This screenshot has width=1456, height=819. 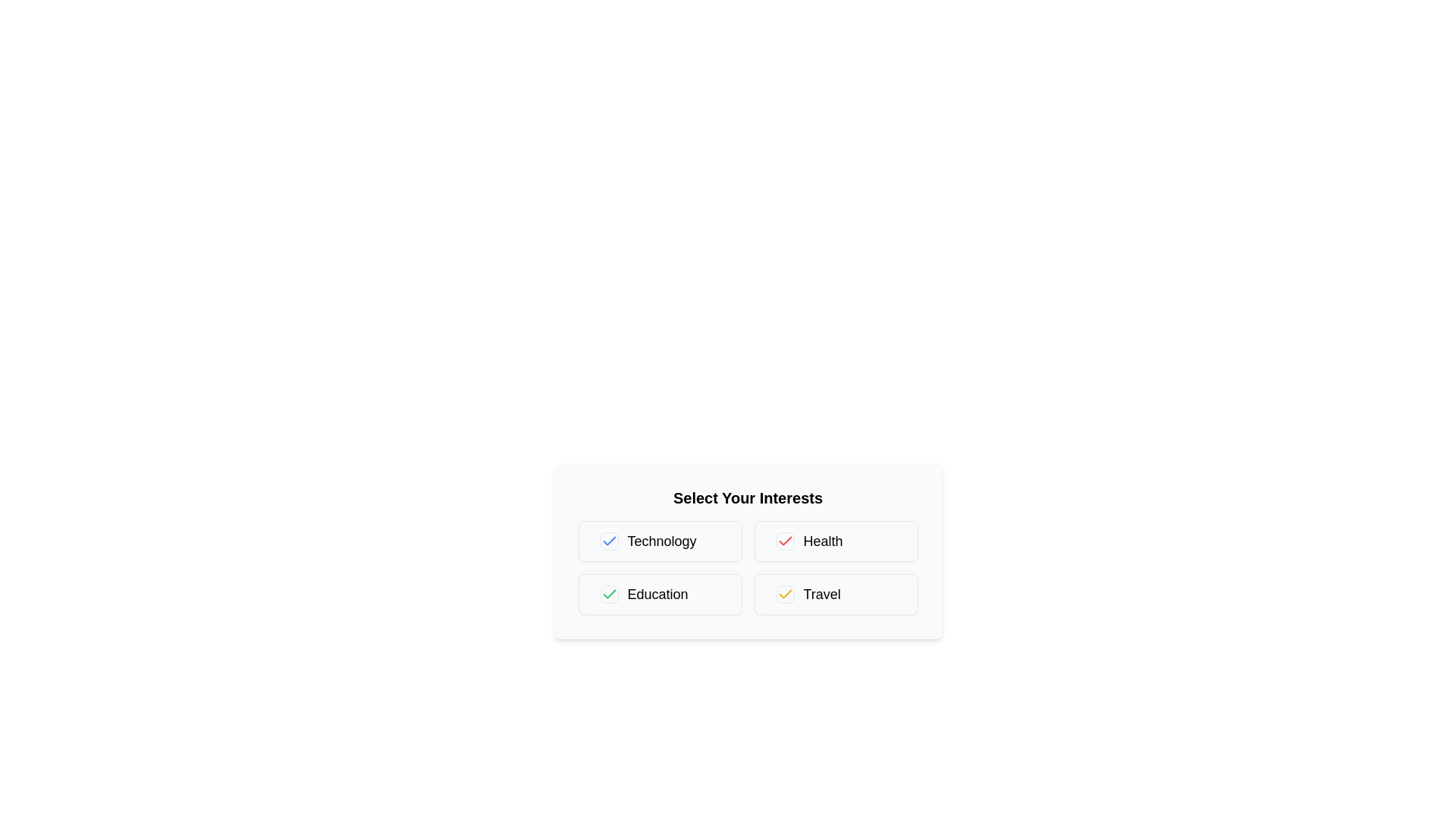 What do you see at coordinates (660, 593) in the screenshot?
I see `the label of the category Education to select it` at bounding box center [660, 593].